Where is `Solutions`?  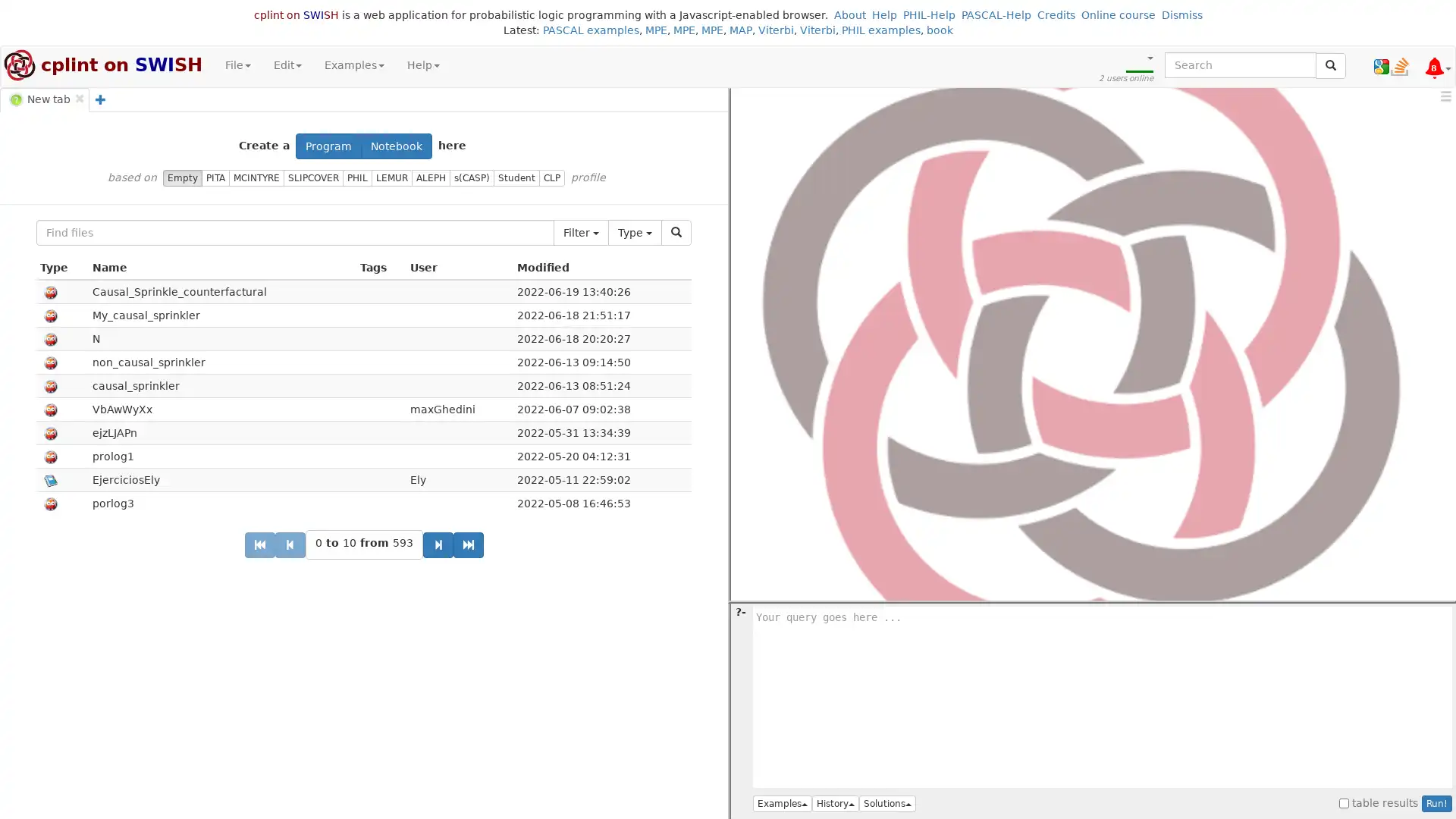
Solutions is located at coordinates (887, 803).